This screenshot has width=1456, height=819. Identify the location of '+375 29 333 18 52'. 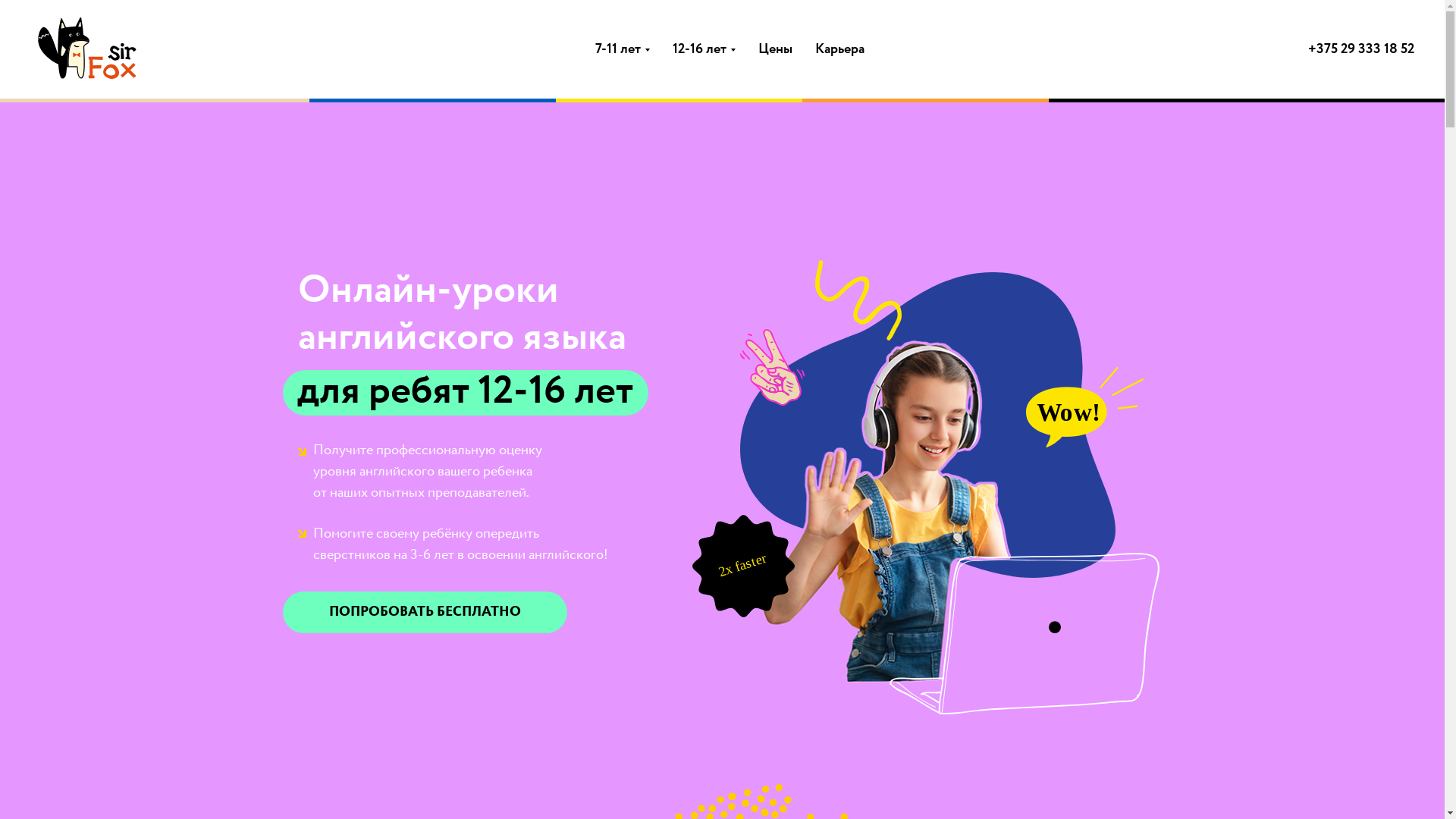
(1361, 49).